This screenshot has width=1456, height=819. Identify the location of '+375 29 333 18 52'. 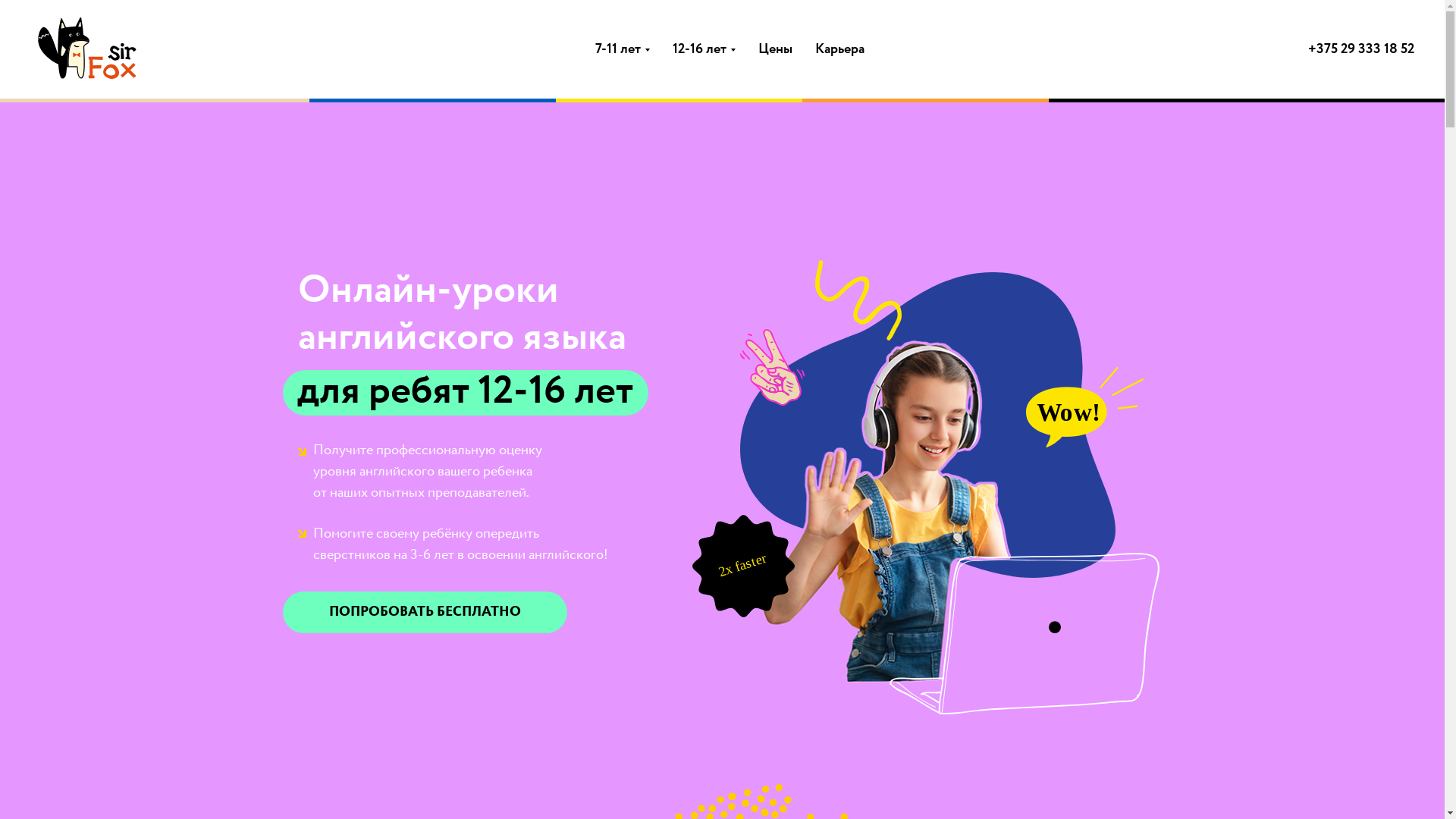
(1361, 49).